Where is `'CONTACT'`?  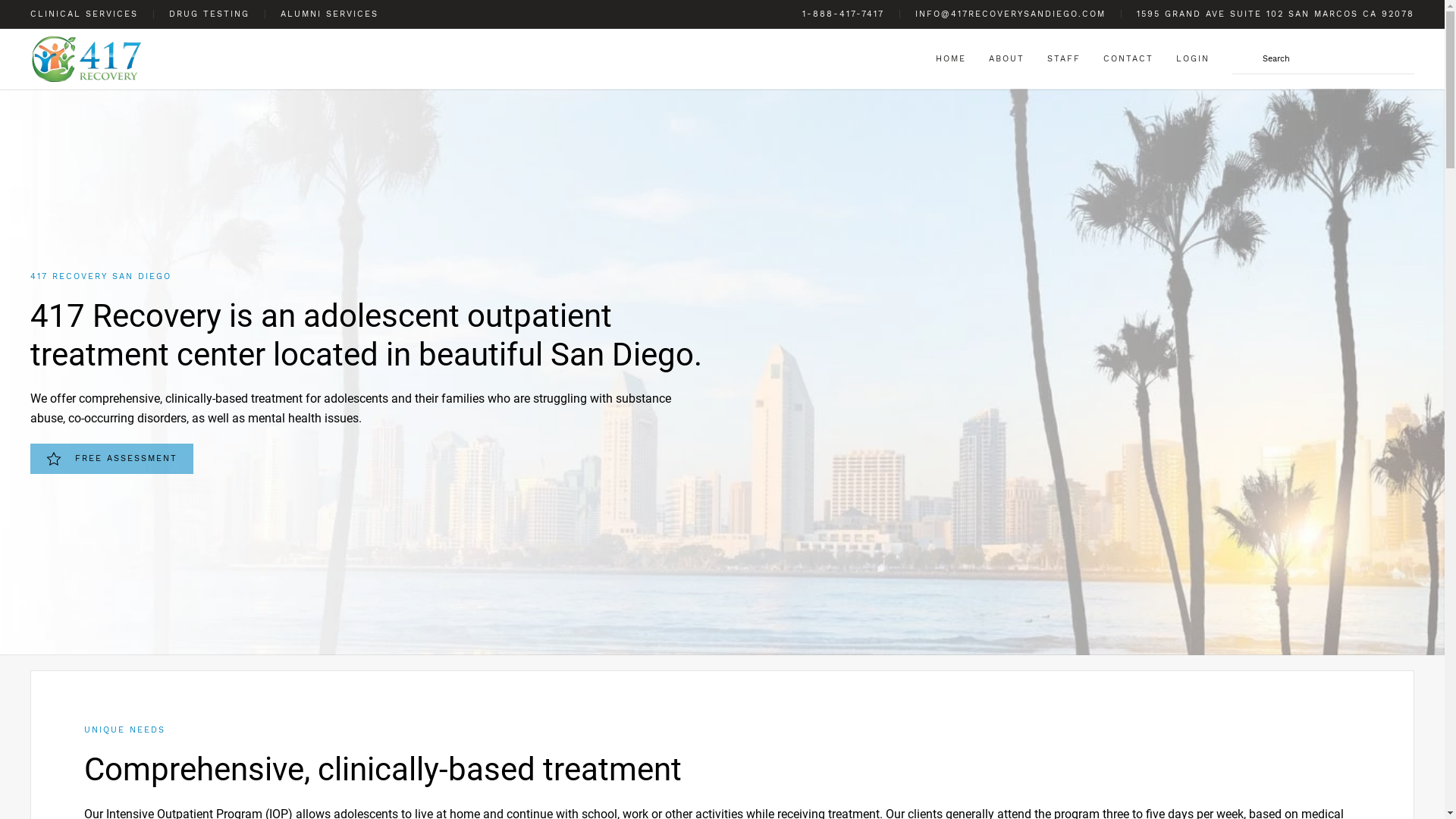 'CONTACT' is located at coordinates (1128, 58).